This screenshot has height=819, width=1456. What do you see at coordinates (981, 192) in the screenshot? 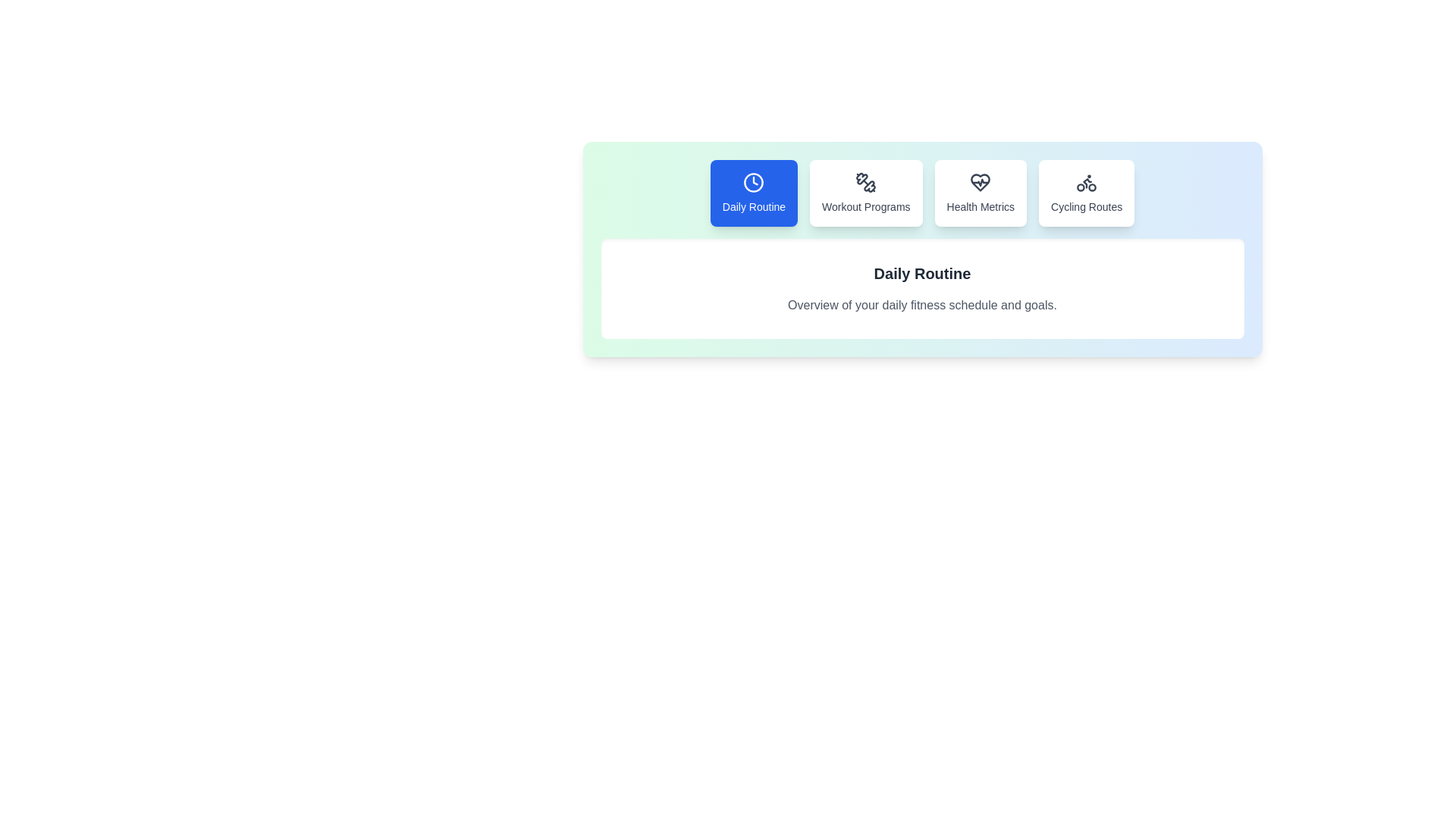
I see `the tab button labeled Health Metrics` at bounding box center [981, 192].